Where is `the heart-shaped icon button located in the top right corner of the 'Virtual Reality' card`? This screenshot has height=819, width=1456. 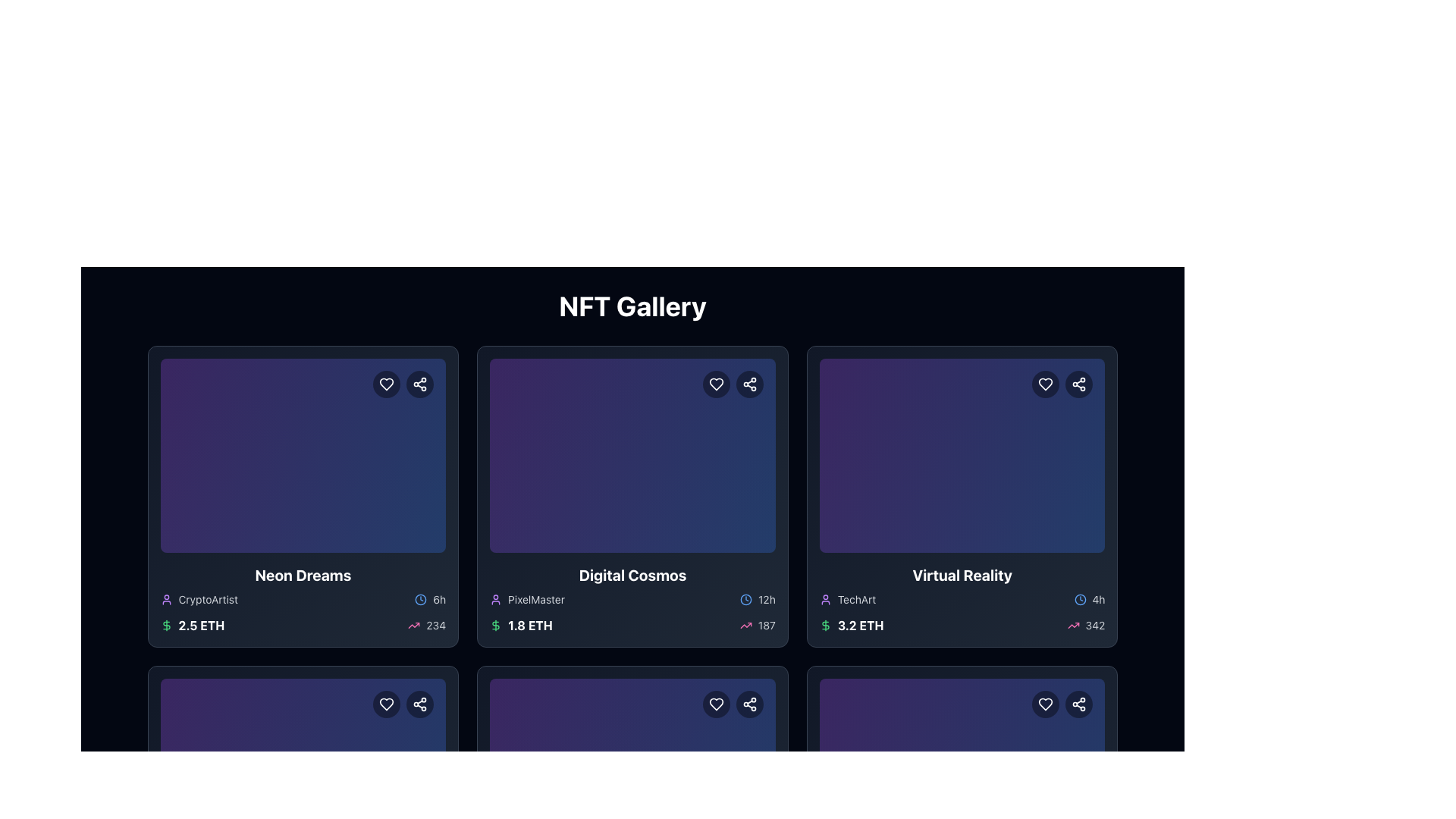
the heart-shaped icon button located in the top right corner of the 'Virtual Reality' card is located at coordinates (1045, 704).